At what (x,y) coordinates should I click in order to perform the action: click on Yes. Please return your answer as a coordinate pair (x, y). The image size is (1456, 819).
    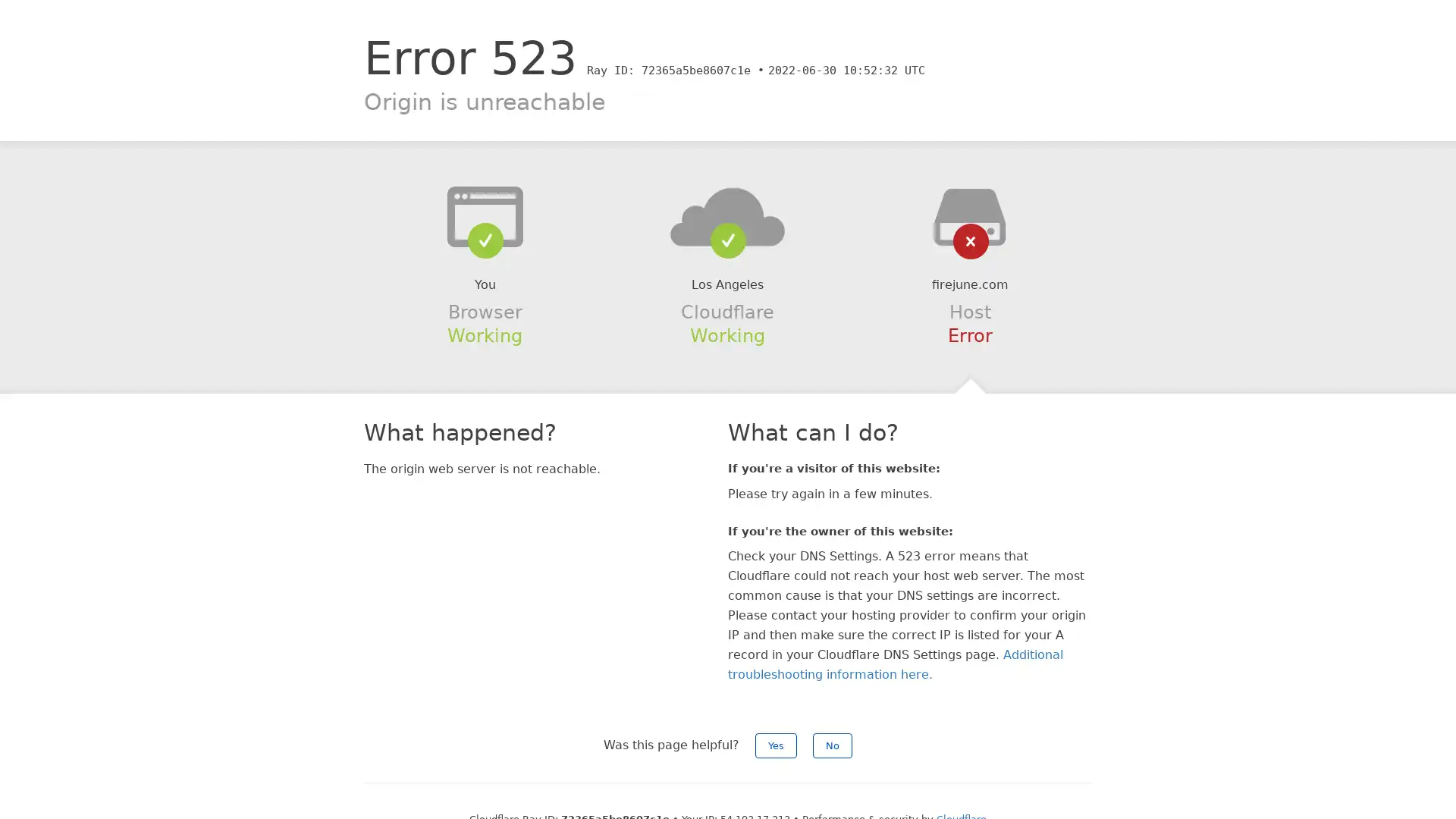
    Looking at the image, I should click on (776, 745).